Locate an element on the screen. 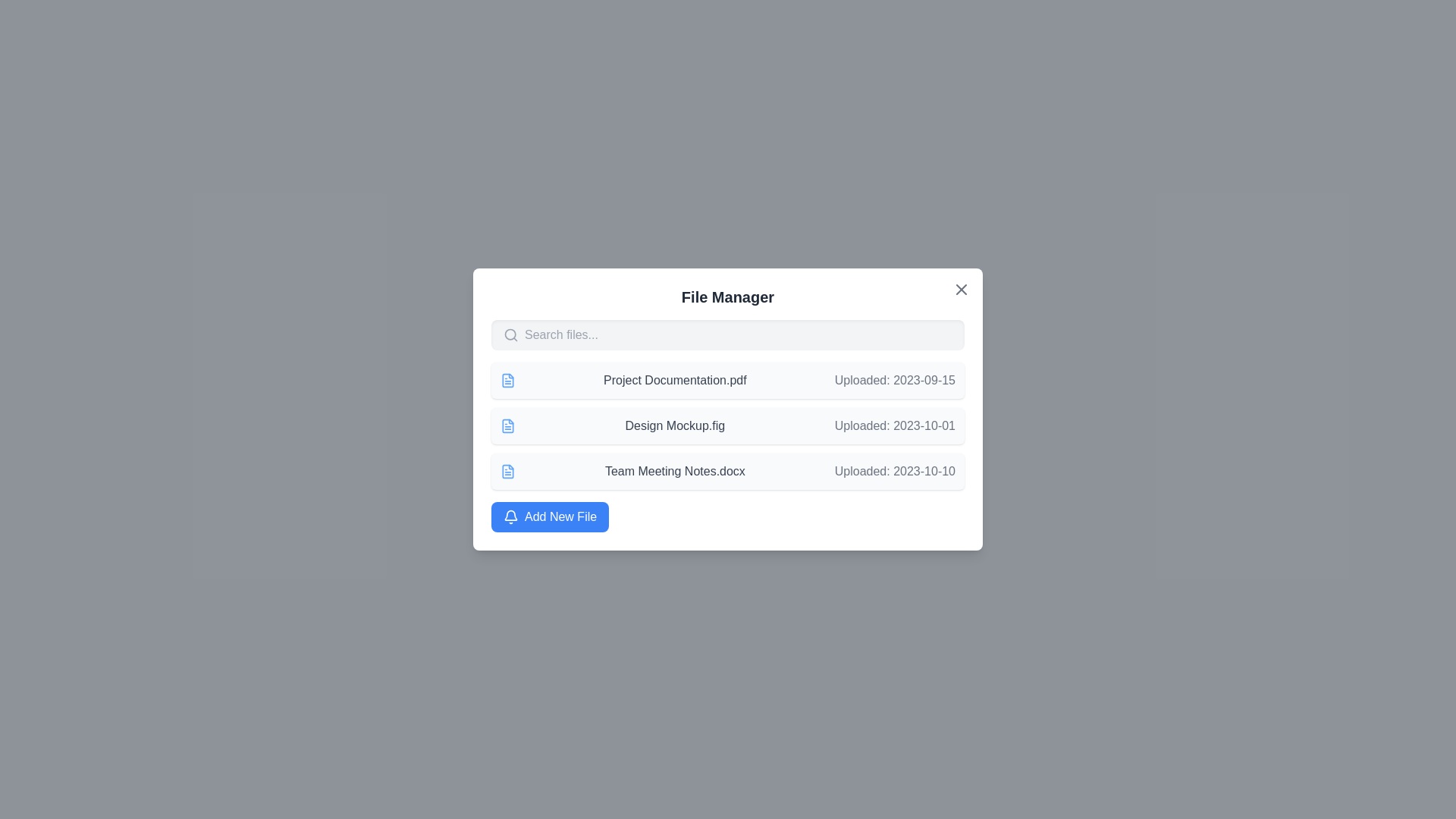  to select the first file entry in the file manager interface, which displays the file name and upload date is located at coordinates (728, 379).